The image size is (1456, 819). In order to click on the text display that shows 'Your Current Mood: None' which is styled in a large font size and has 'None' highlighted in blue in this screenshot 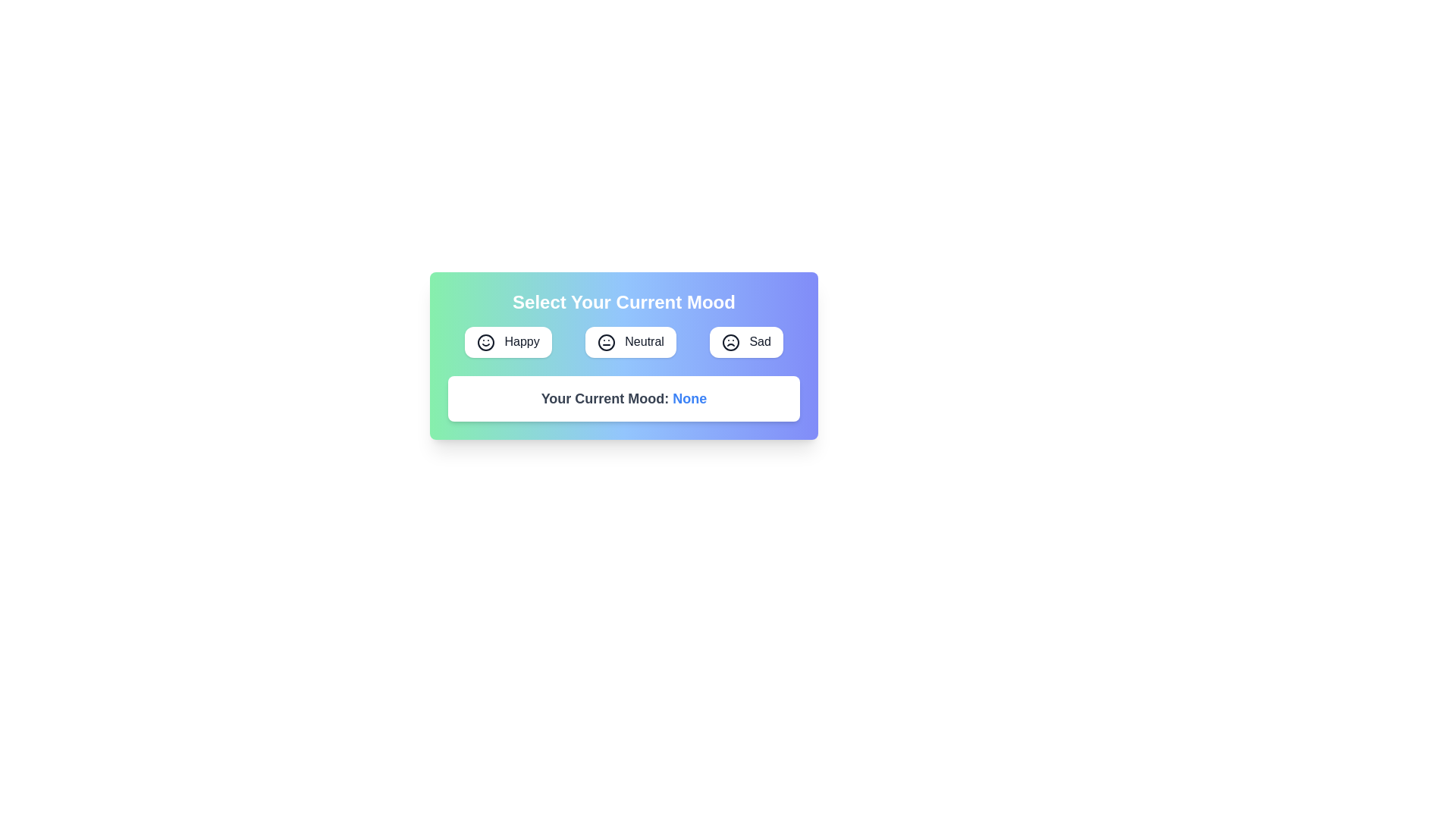, I will do `click(623, 397)`.